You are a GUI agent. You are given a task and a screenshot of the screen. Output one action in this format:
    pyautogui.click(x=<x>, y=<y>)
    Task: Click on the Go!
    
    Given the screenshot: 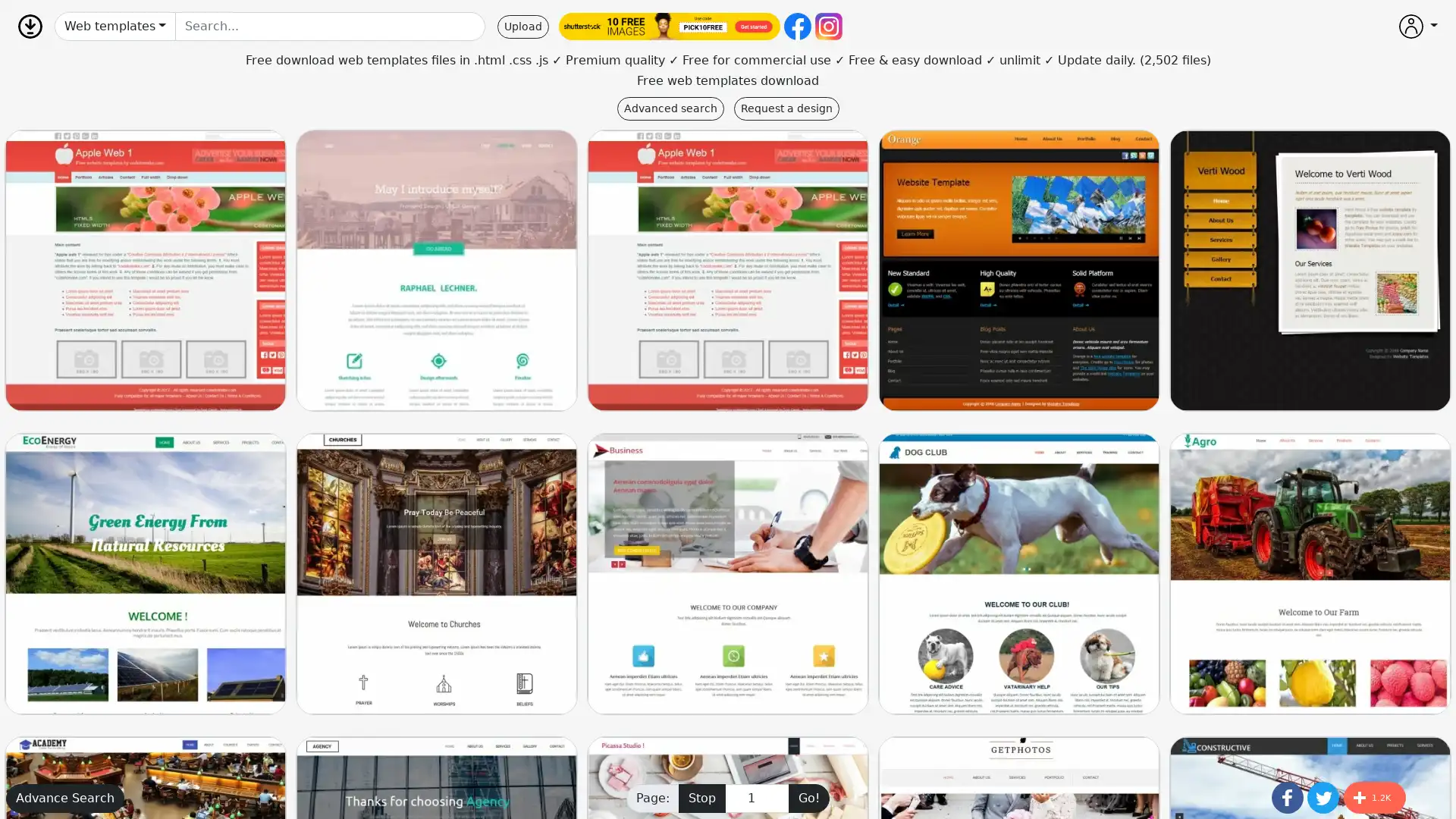 What is the action you would take?
    pyautogui.click(x=808, y=798)
    